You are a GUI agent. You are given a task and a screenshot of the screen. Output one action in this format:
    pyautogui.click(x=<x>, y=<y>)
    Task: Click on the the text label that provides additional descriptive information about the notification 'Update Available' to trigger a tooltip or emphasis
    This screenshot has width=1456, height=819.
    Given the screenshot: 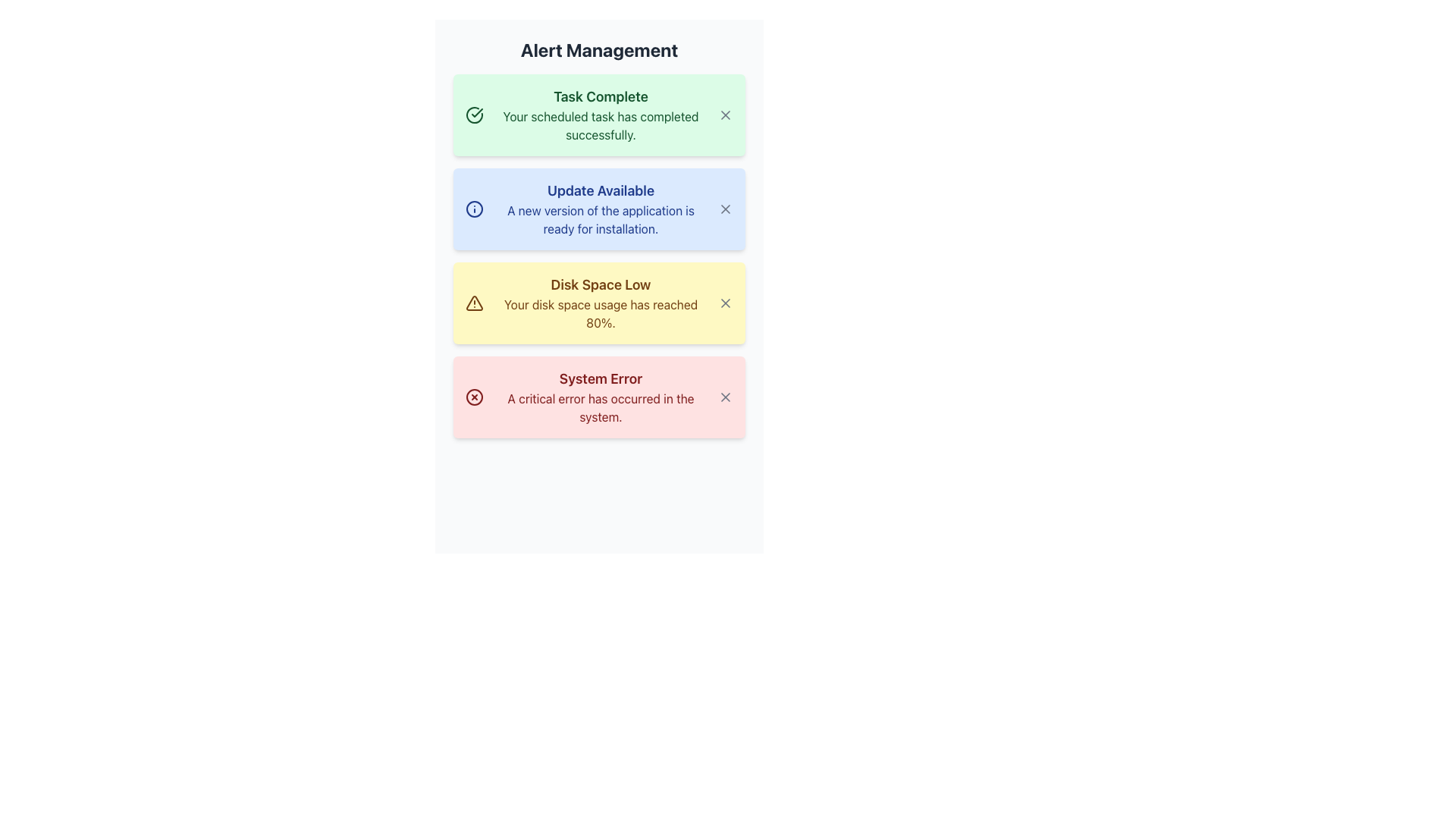 What is the action you would take?
    pyautogui.click(x=600, y=219)
    